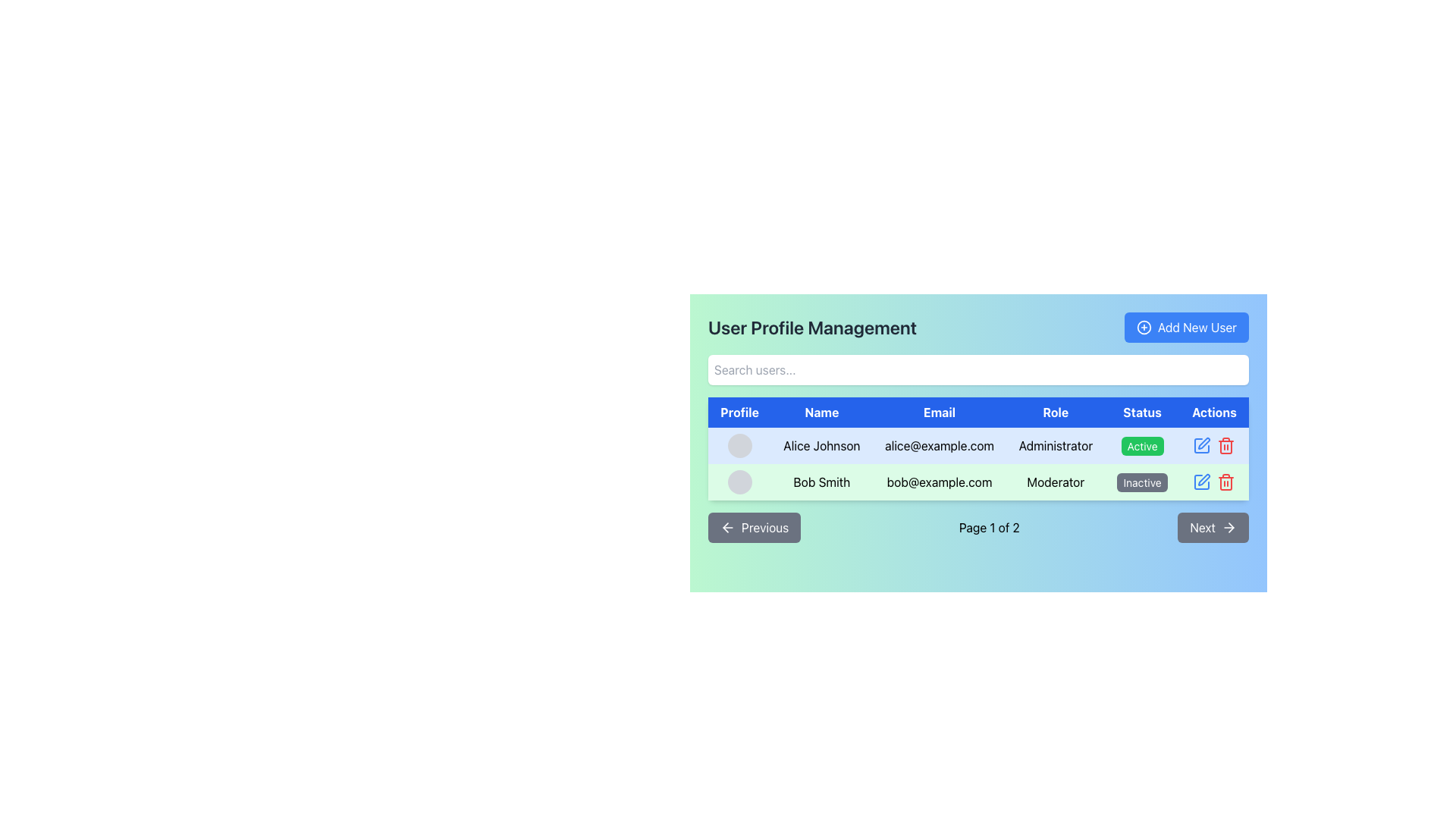 The width and height of the screenshot is (1456, 819). I want to click on the 'Profile' column header in the table to sort the column, so click(739, 412).